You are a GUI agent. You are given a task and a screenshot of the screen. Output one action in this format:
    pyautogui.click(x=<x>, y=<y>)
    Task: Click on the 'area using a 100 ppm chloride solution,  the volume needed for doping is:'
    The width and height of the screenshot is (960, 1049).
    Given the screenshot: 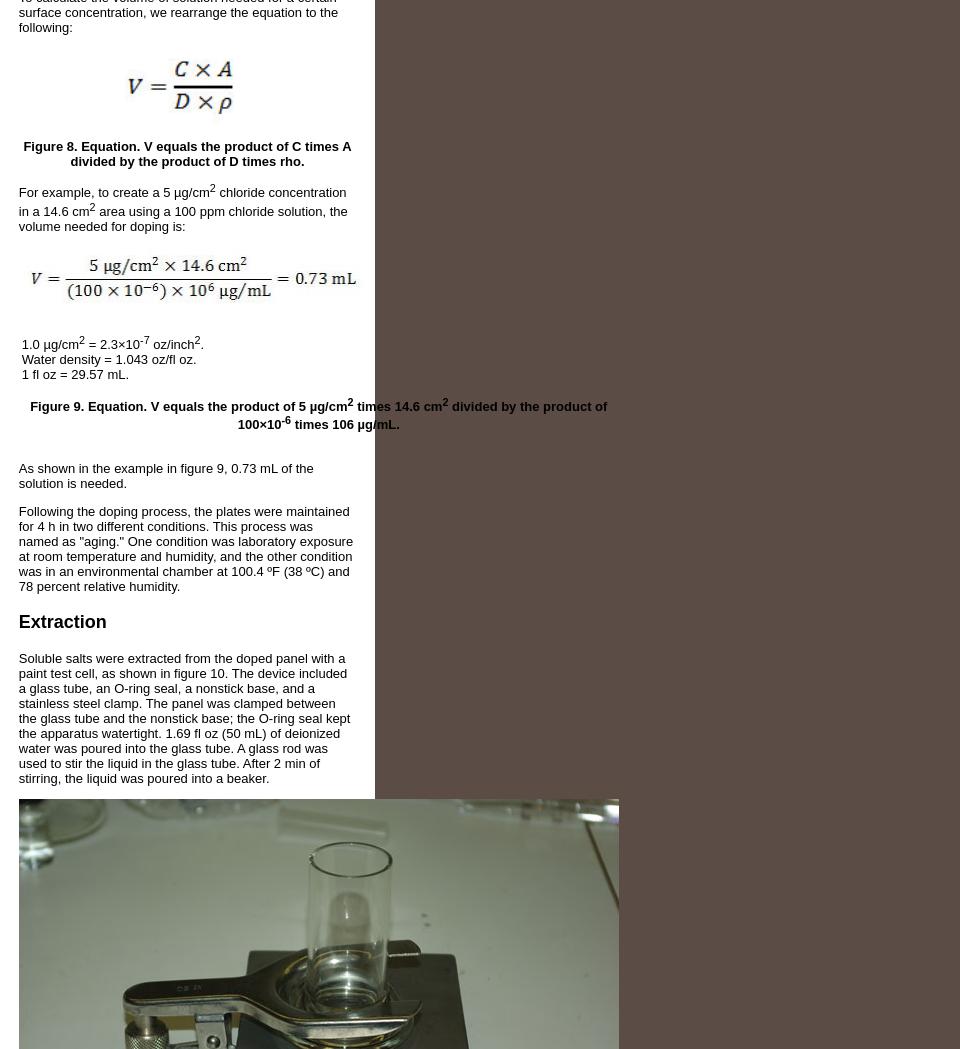 What is the action you would take?
    pyautogui.click(x=182, y=219)
    